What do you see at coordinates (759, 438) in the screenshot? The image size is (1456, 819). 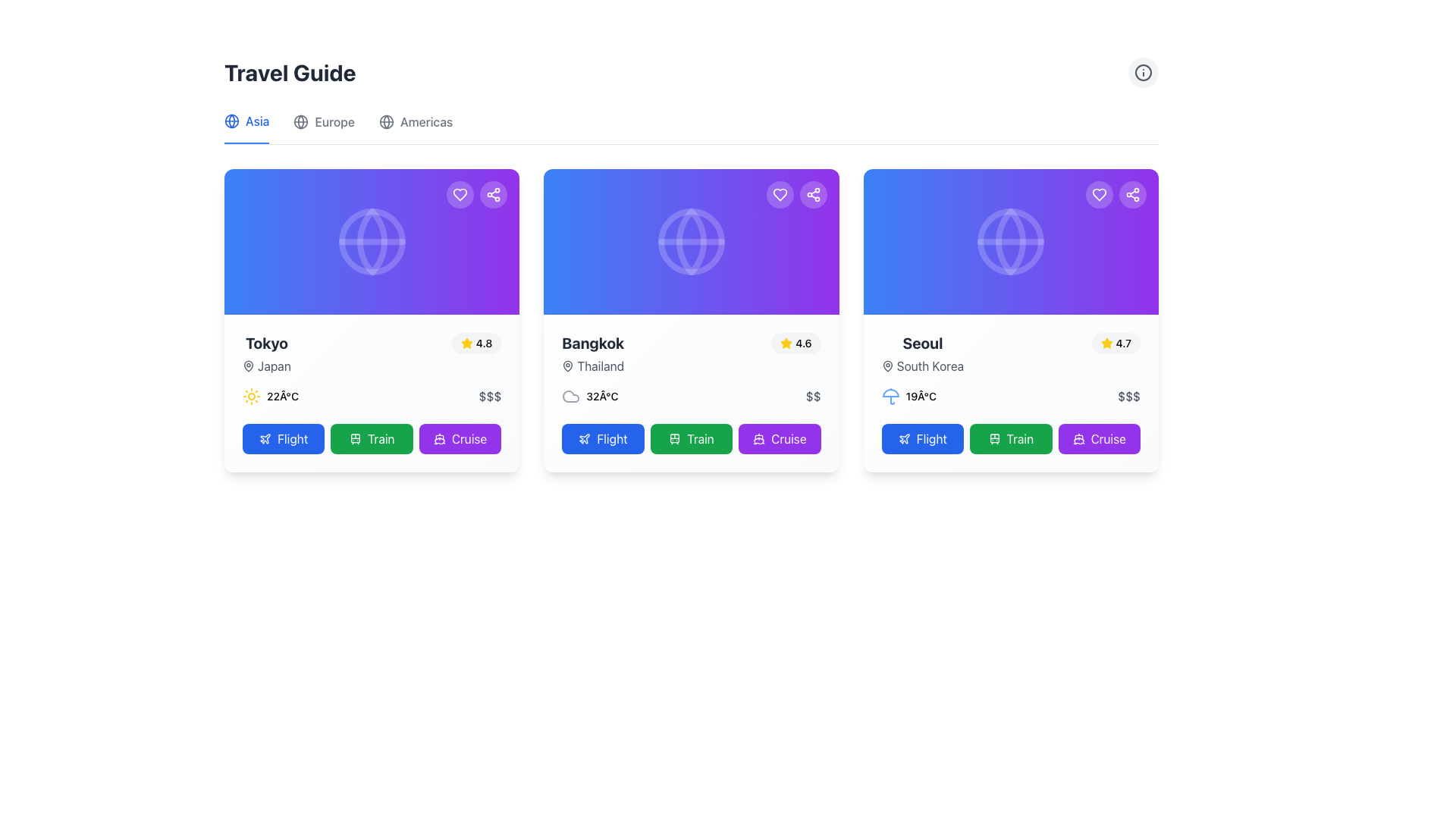 I see `the cruise transportation icon located within the purple 'Cruise' button at the bottom section of the middle card for the Bangkok destination` at bounding box center [759, 438].